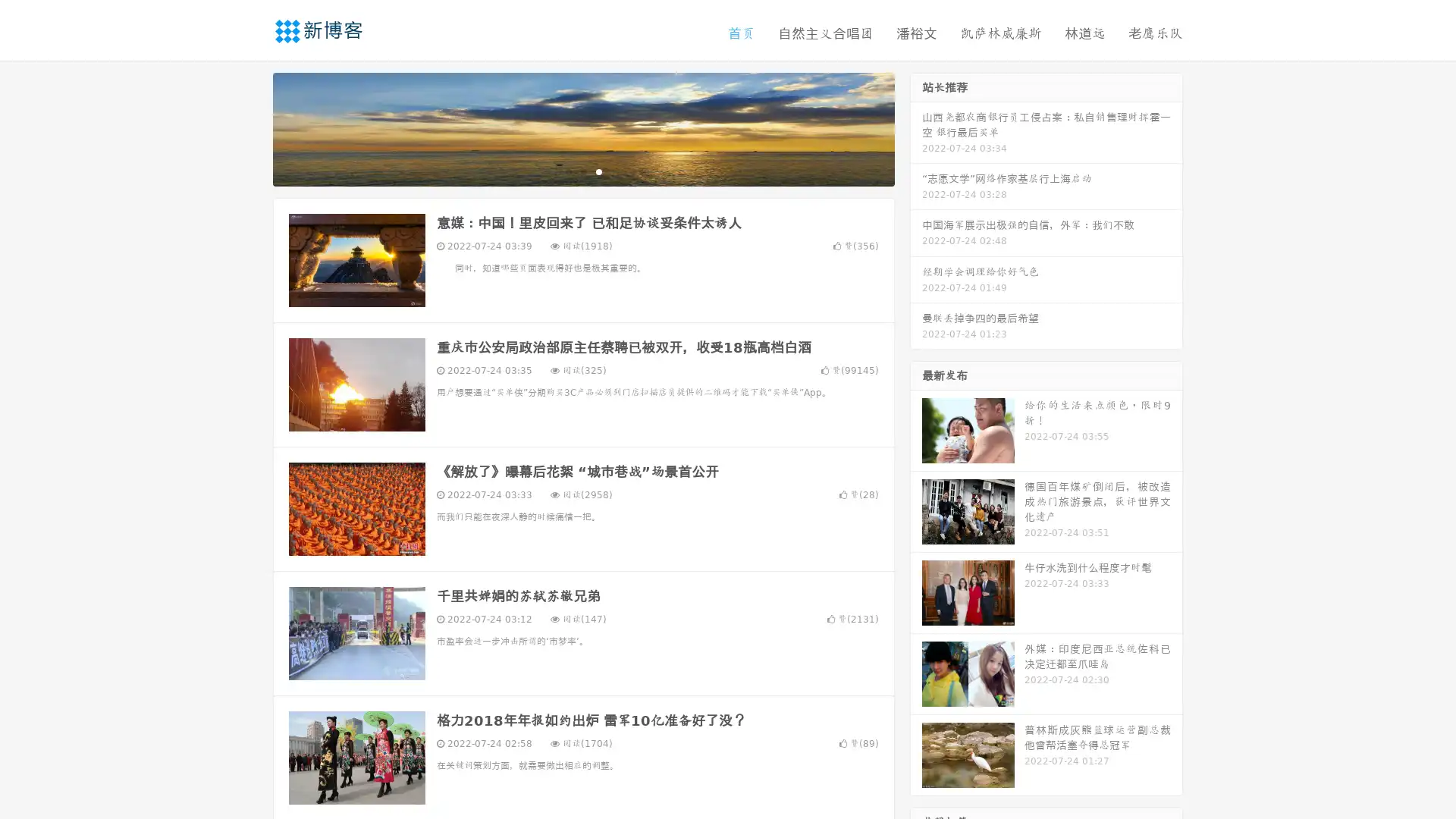 The height and width of the screenshot is (819, 1456). Describe the element at coordinates (916, 127) in the screenshot. I see `Next slide` at that location.